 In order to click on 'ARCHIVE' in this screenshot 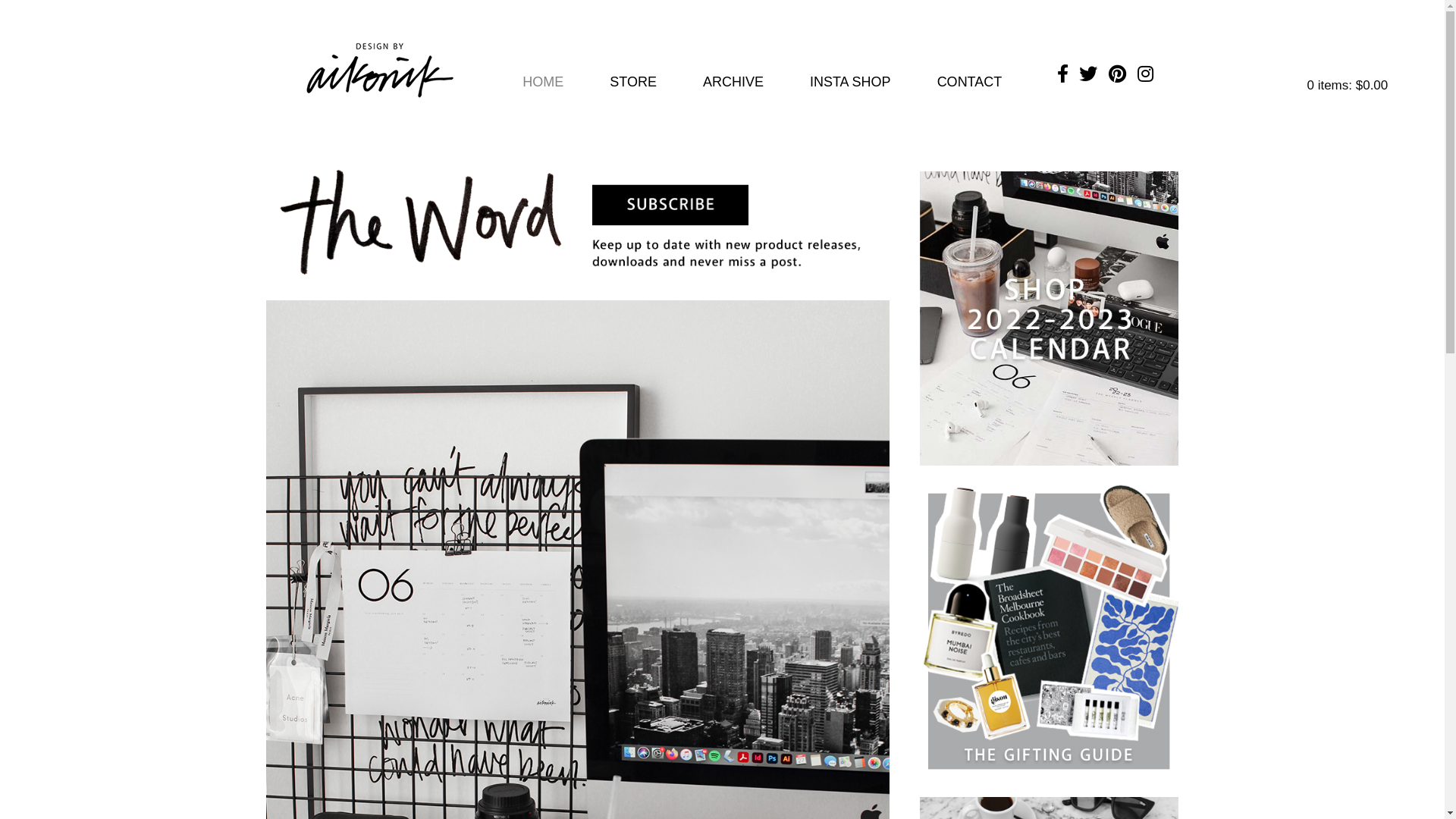, I will do `click(733, 82)`.